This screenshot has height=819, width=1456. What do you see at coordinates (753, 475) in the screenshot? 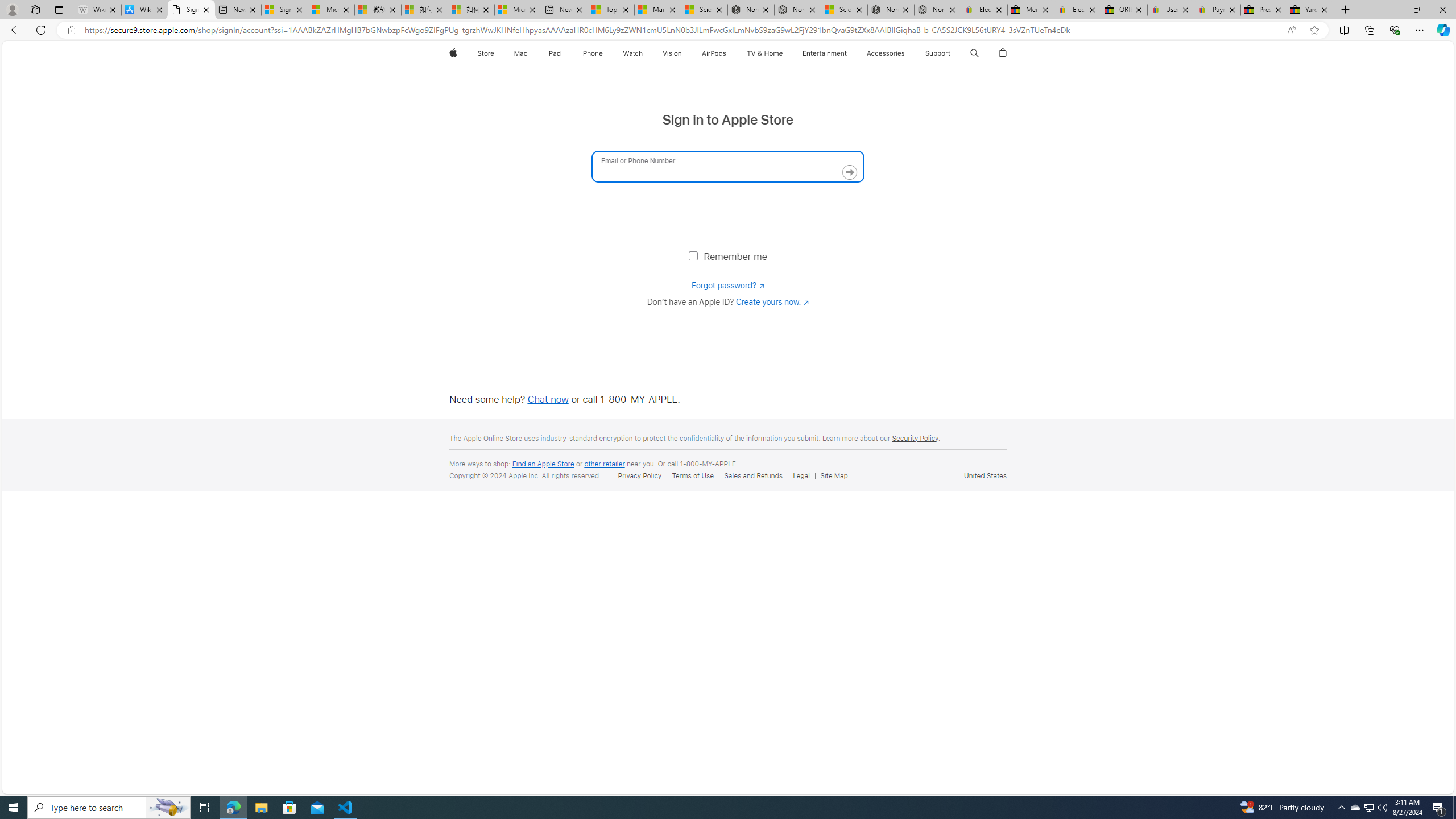
I see `'Sales and Refunds'` at bounding box center [753, 475].